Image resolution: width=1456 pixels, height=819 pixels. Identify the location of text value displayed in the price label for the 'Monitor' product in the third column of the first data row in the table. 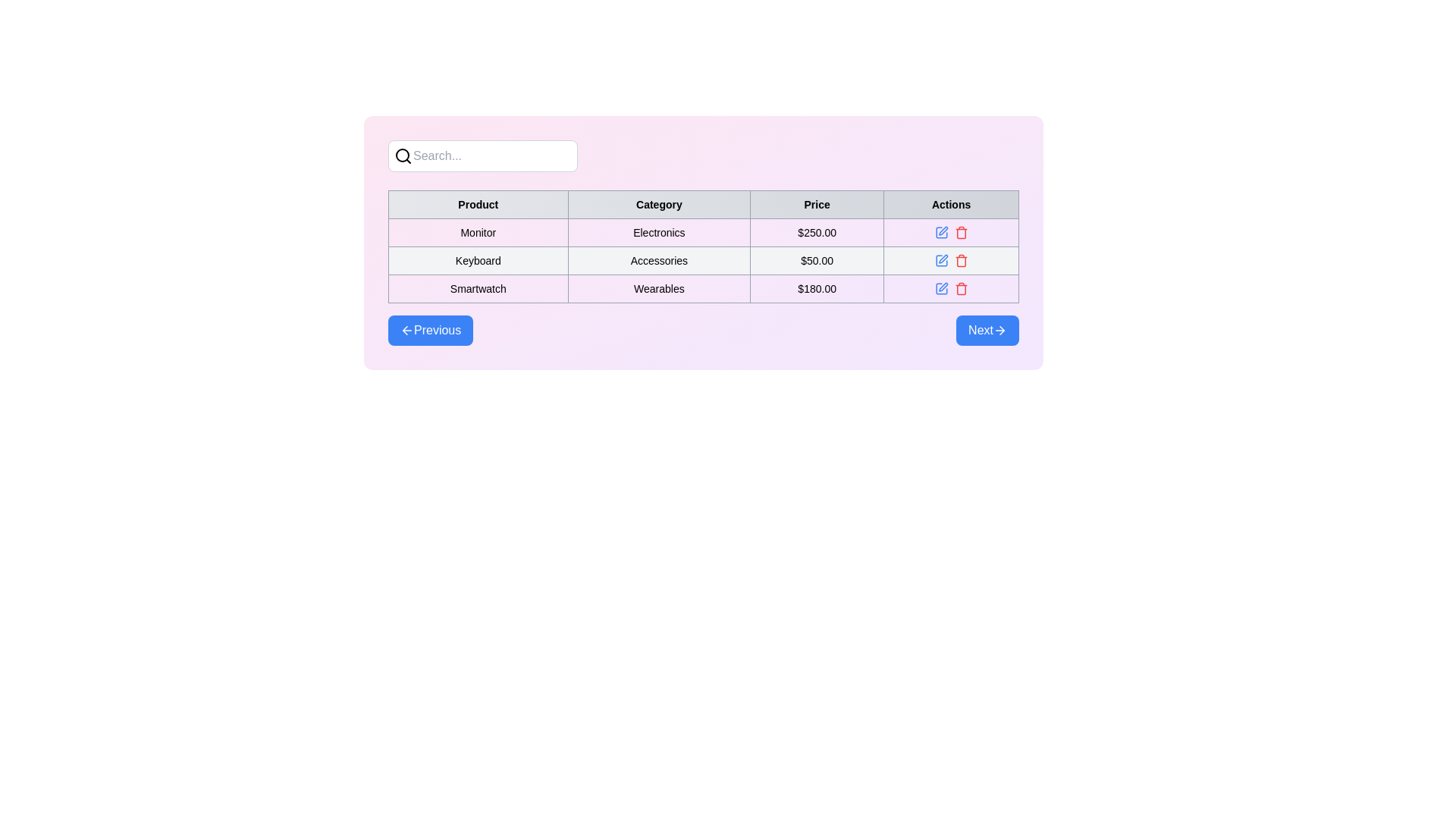
(816, 233).